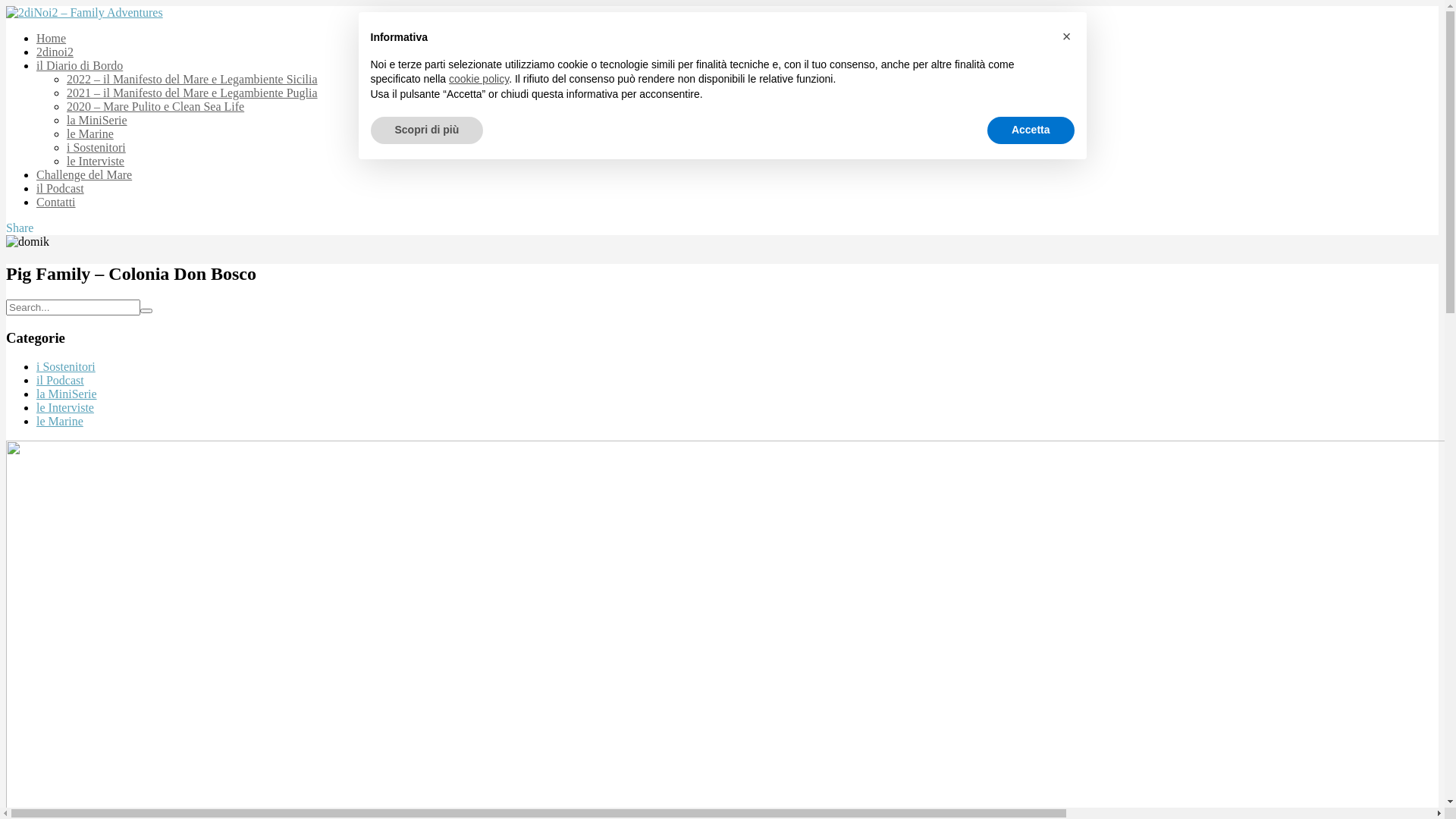  What do you see at coordinates (79, 64) in the screenshot?
I see `'il Diario di Bordo'` at bounding box center [79, 64].